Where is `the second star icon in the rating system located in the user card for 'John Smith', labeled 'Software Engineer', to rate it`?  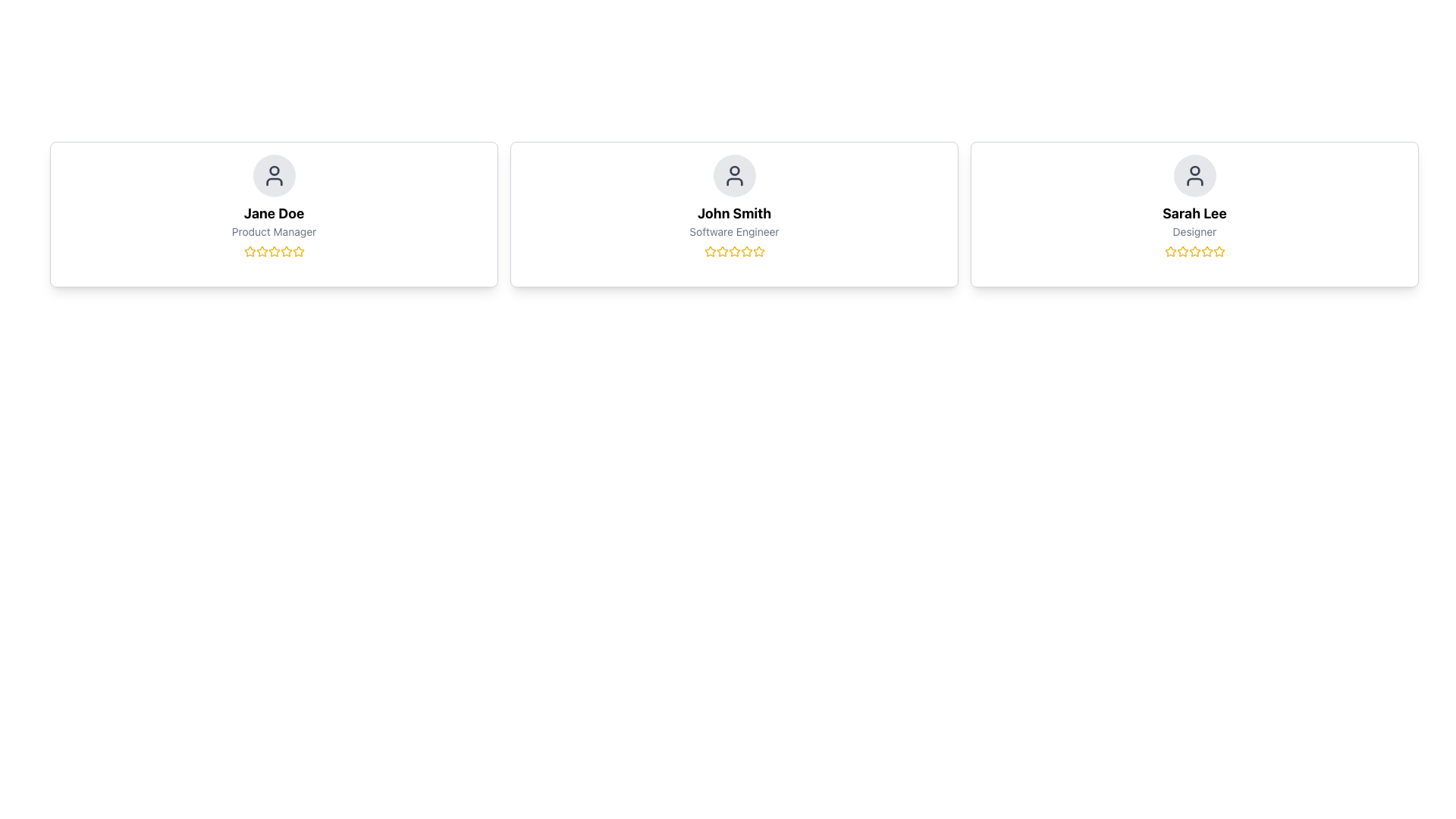
the second star icon in the rating system located in the user card for 'John Smith', labeled 'Software Engineer', to rate it is located at coordinates (721, 250).